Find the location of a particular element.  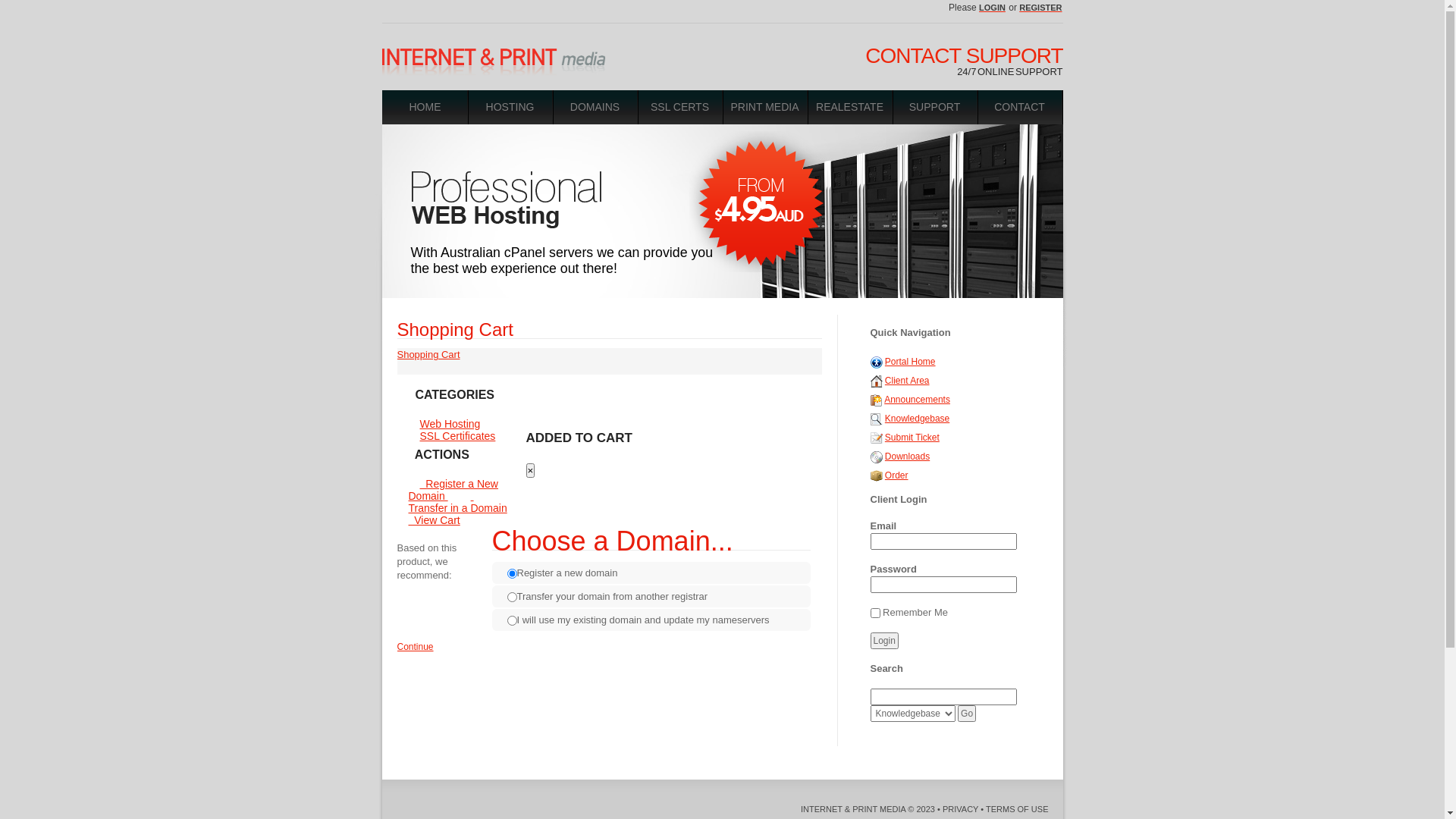

'Web Hosting' is located at coordinates (449, 424).